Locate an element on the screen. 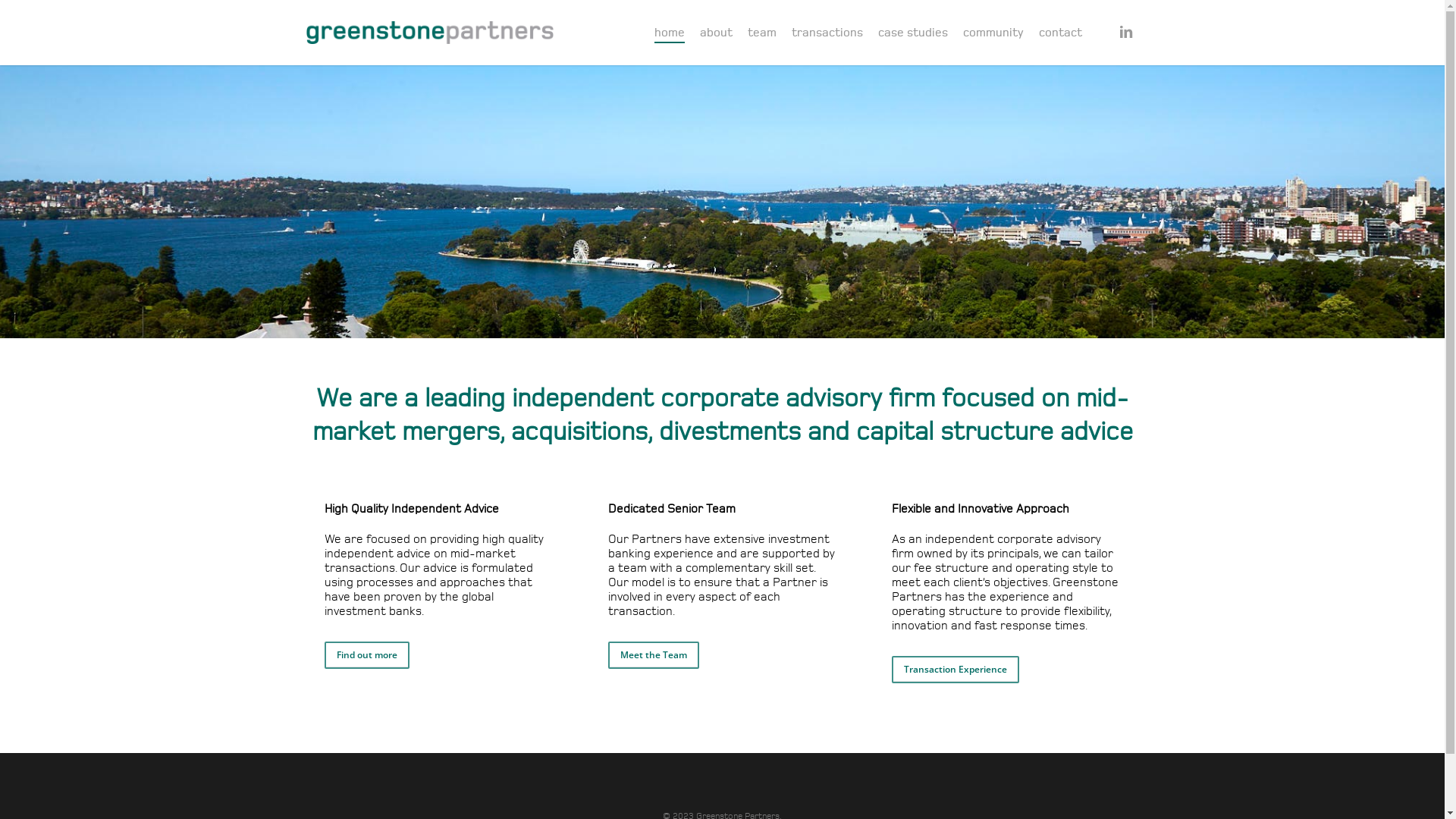 This screenshot has height=819, width=1456. 'Transaction Experience' is located at coordinates (954, 669).